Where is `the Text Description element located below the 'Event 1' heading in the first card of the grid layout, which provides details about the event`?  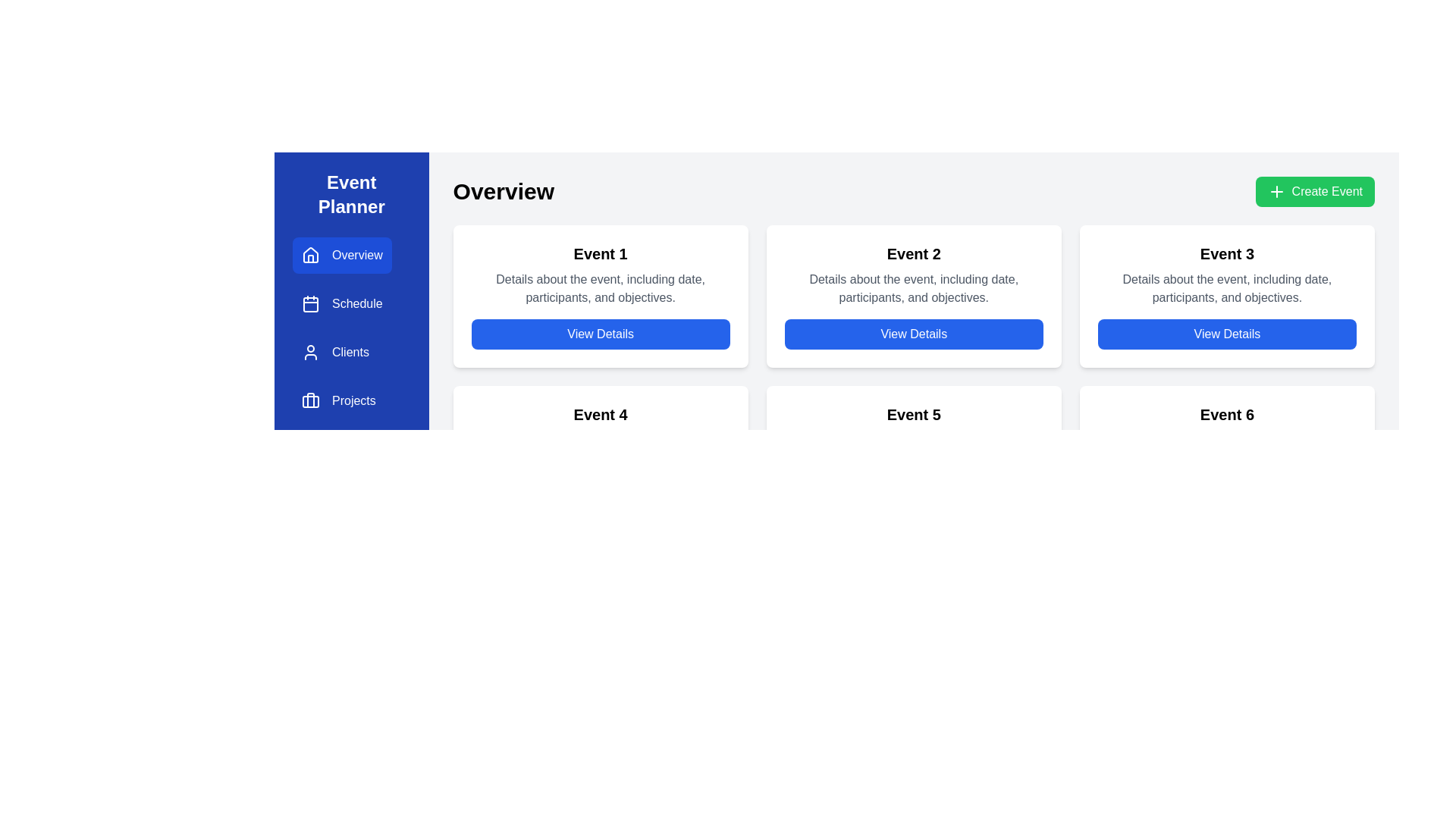 the Text Description element located below the 'Event 1' heading in the first card of the grid layout, which provides details about the event is located at coordinates (600, 289).